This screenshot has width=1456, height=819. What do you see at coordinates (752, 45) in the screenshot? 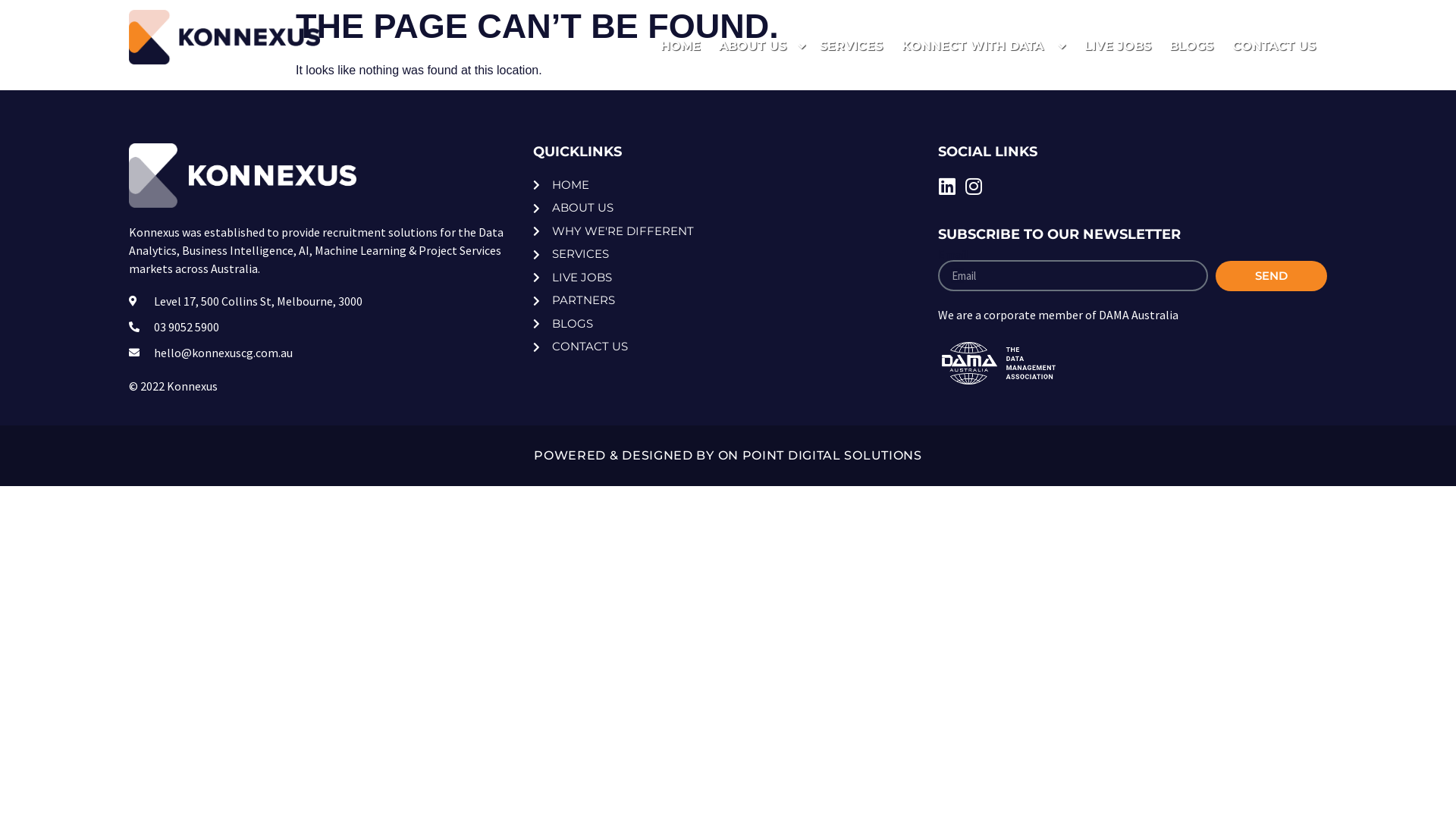
I see `'ABOUT US'` at bounding box center [752, 45].